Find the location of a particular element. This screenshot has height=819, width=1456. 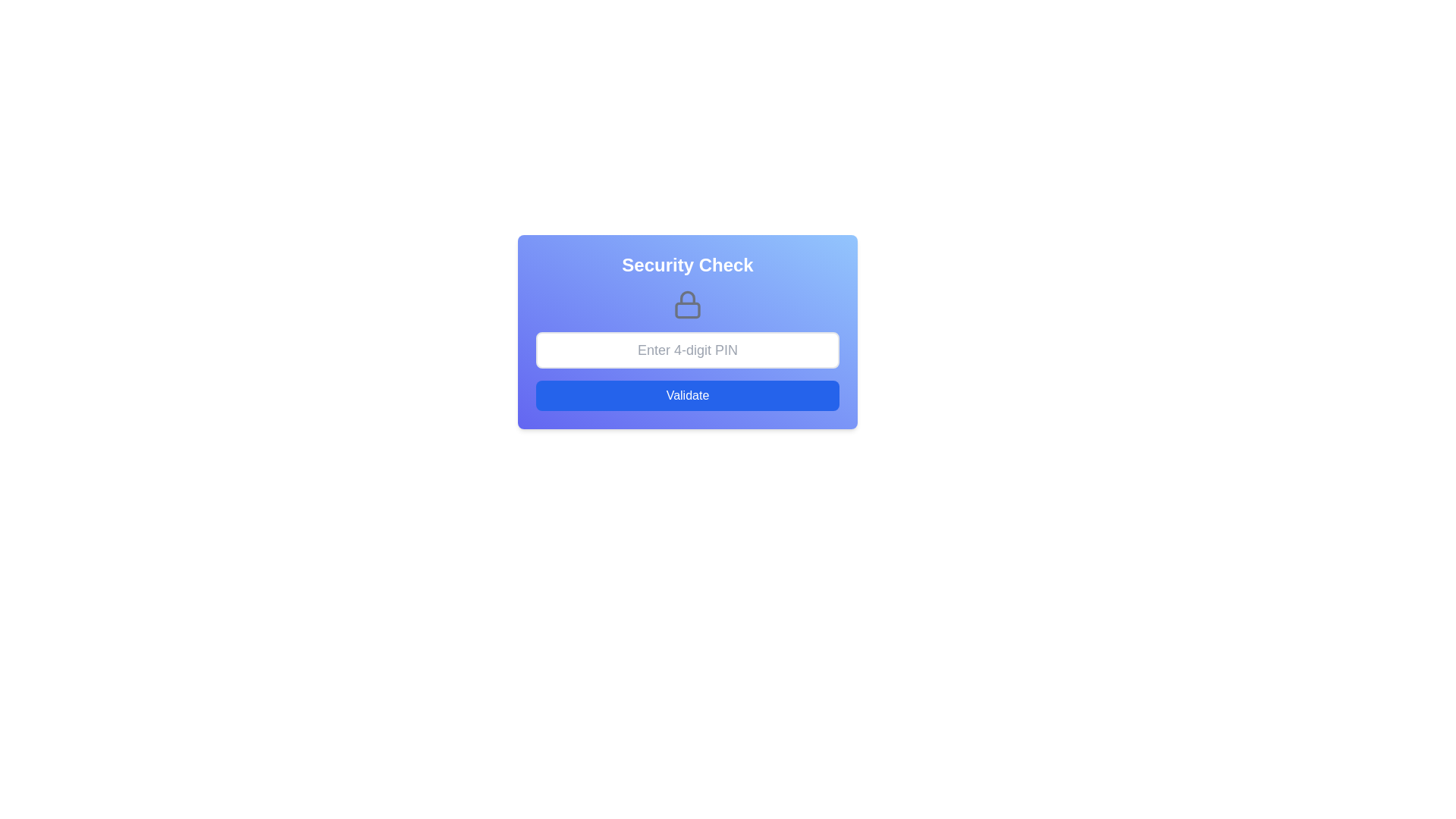

the button that initiates a validation action for the 'Enter 4-digit PIN' text input field, located at the bottom of the card-like component titled 'Security Check' is located at coordinates (687, 394).